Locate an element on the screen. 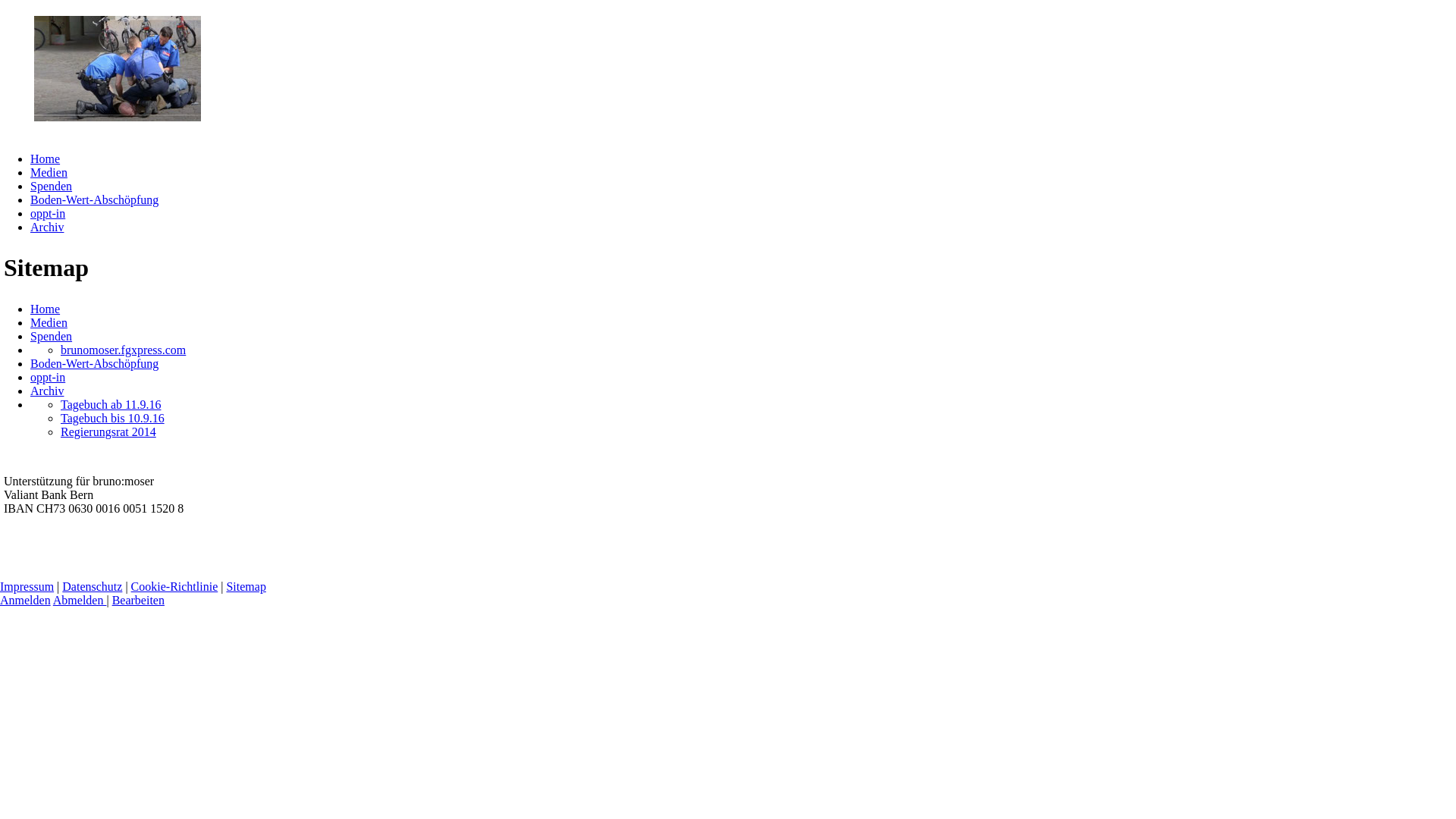 The width and height of the screenshot is (1456, 819). 'Spenden' is located at coordinates (51, 185).